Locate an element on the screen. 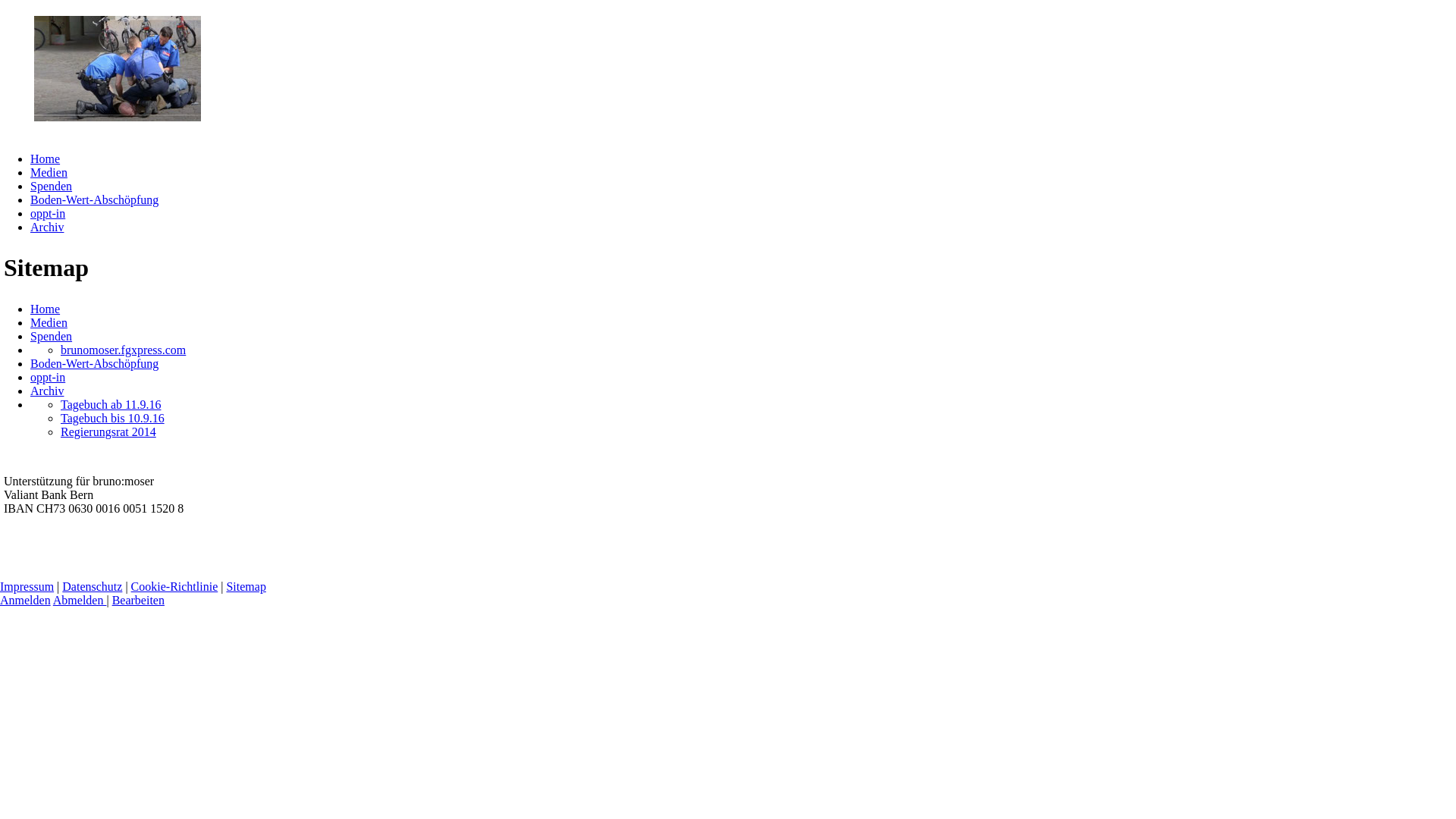 The width and height of the screenshot is (1456, 819). 'Spenden' is located at coordinates (51, 185).